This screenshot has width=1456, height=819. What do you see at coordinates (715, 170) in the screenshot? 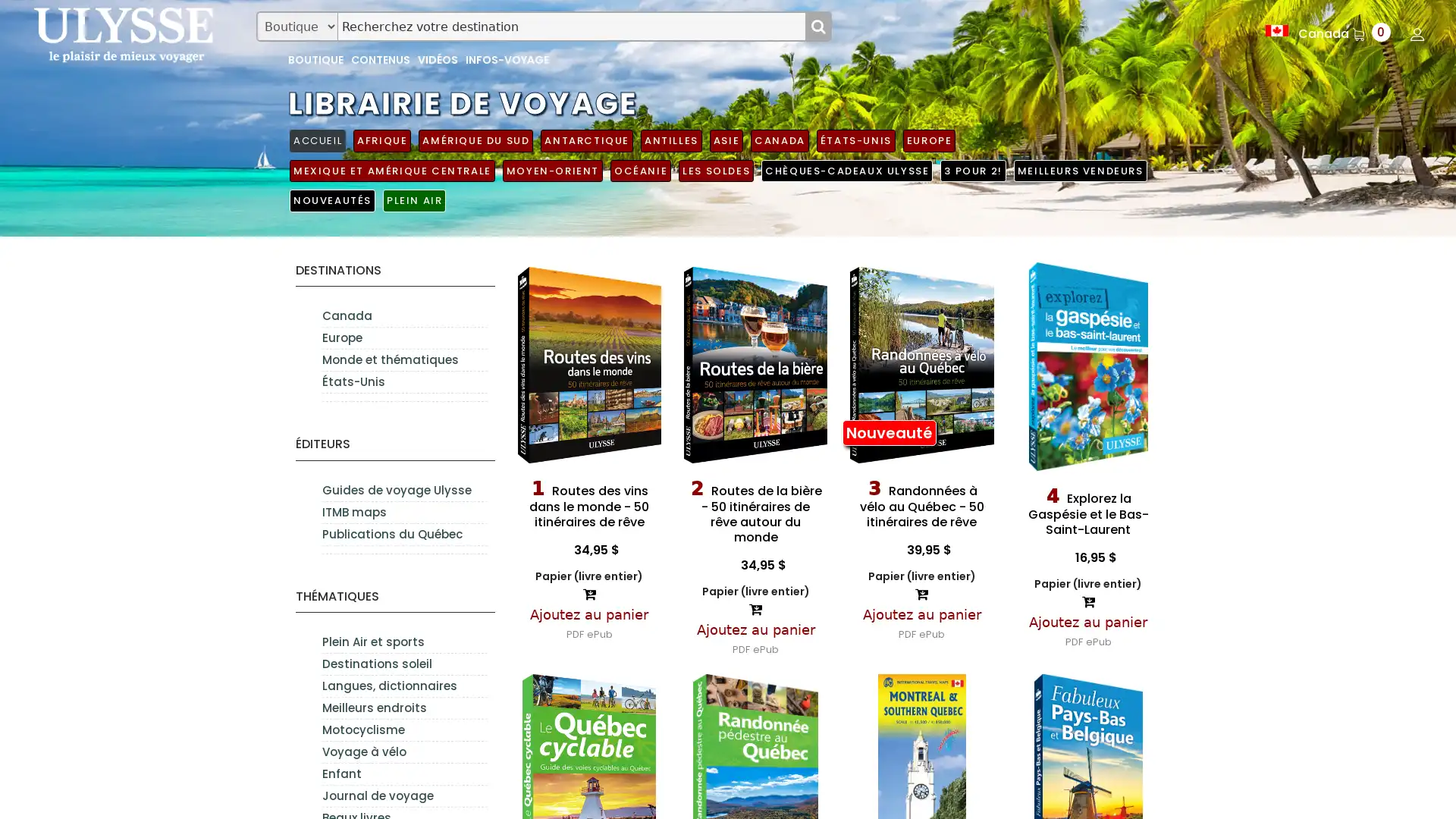
I see `LES SOLDES` at bounding box center [715, 170].